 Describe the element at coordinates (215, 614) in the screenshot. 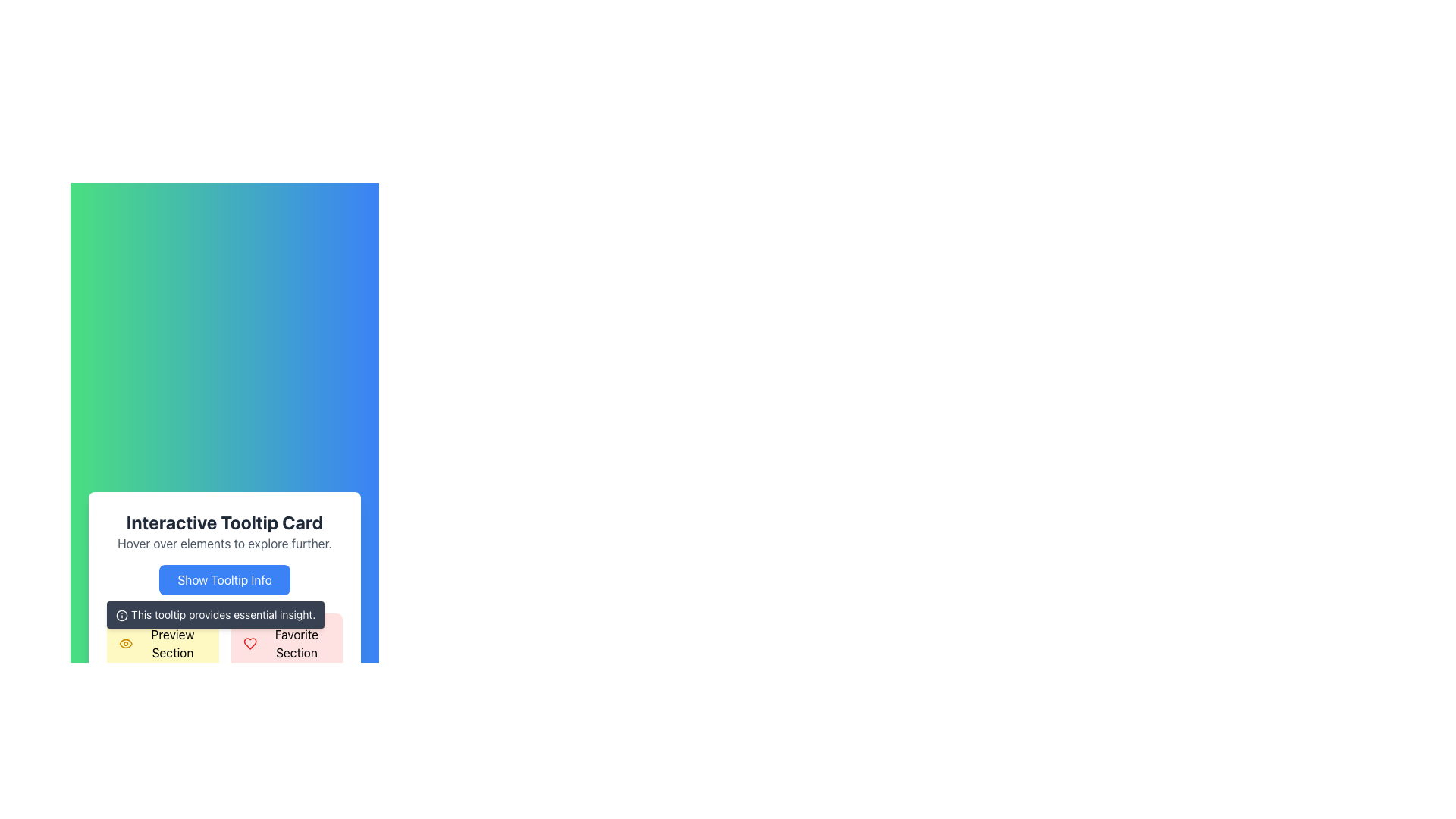

I see `information presented in the tooltip that appears below the 'Show Tooltip Info' button, aligned with its left edge` at that location.